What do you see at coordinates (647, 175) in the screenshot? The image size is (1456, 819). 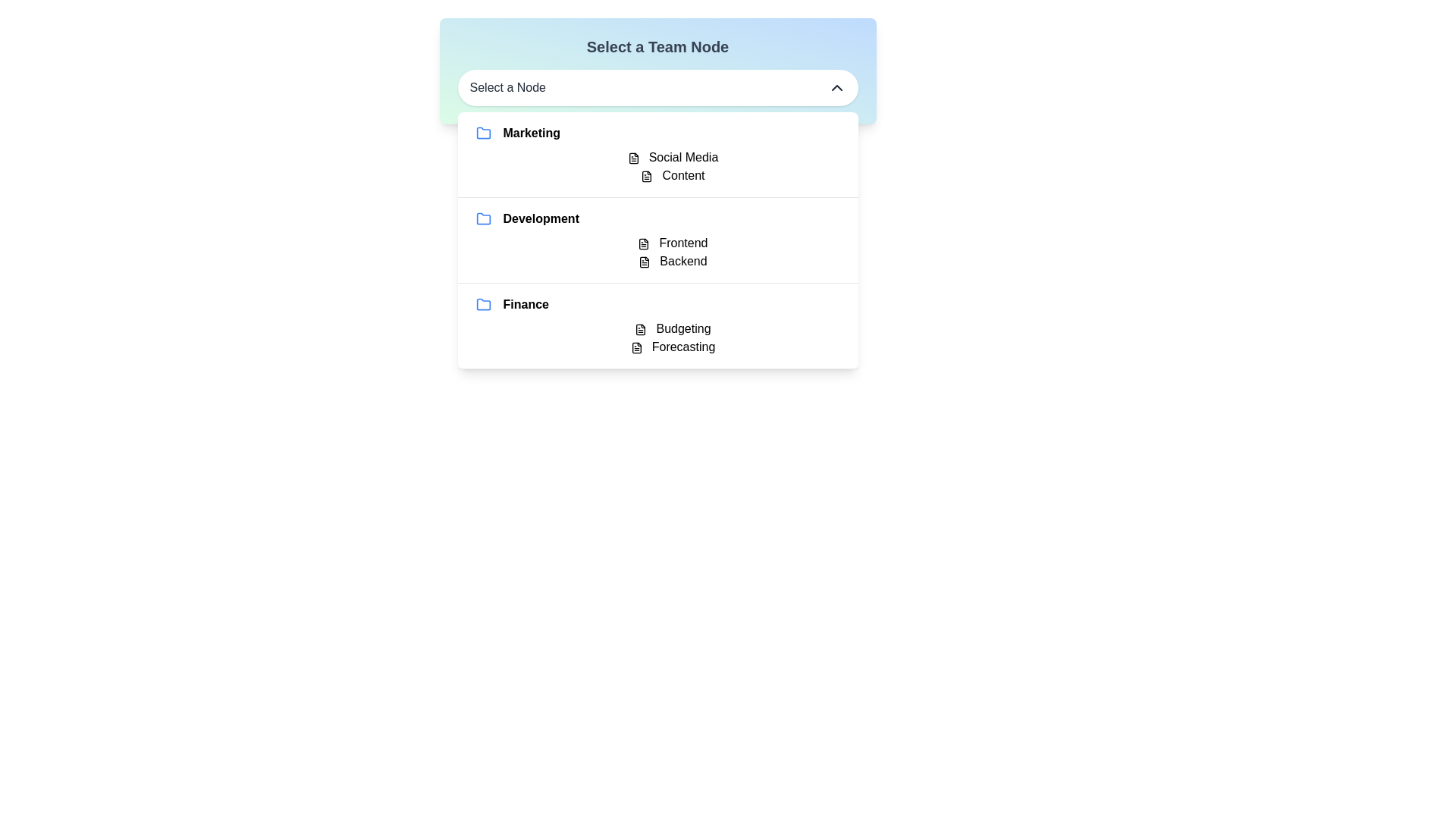 I see `file icon within the 'Content' section under 'Marketing', which is a simple document-like graphical icon with rounded corners` at bounding box center [647, 175].